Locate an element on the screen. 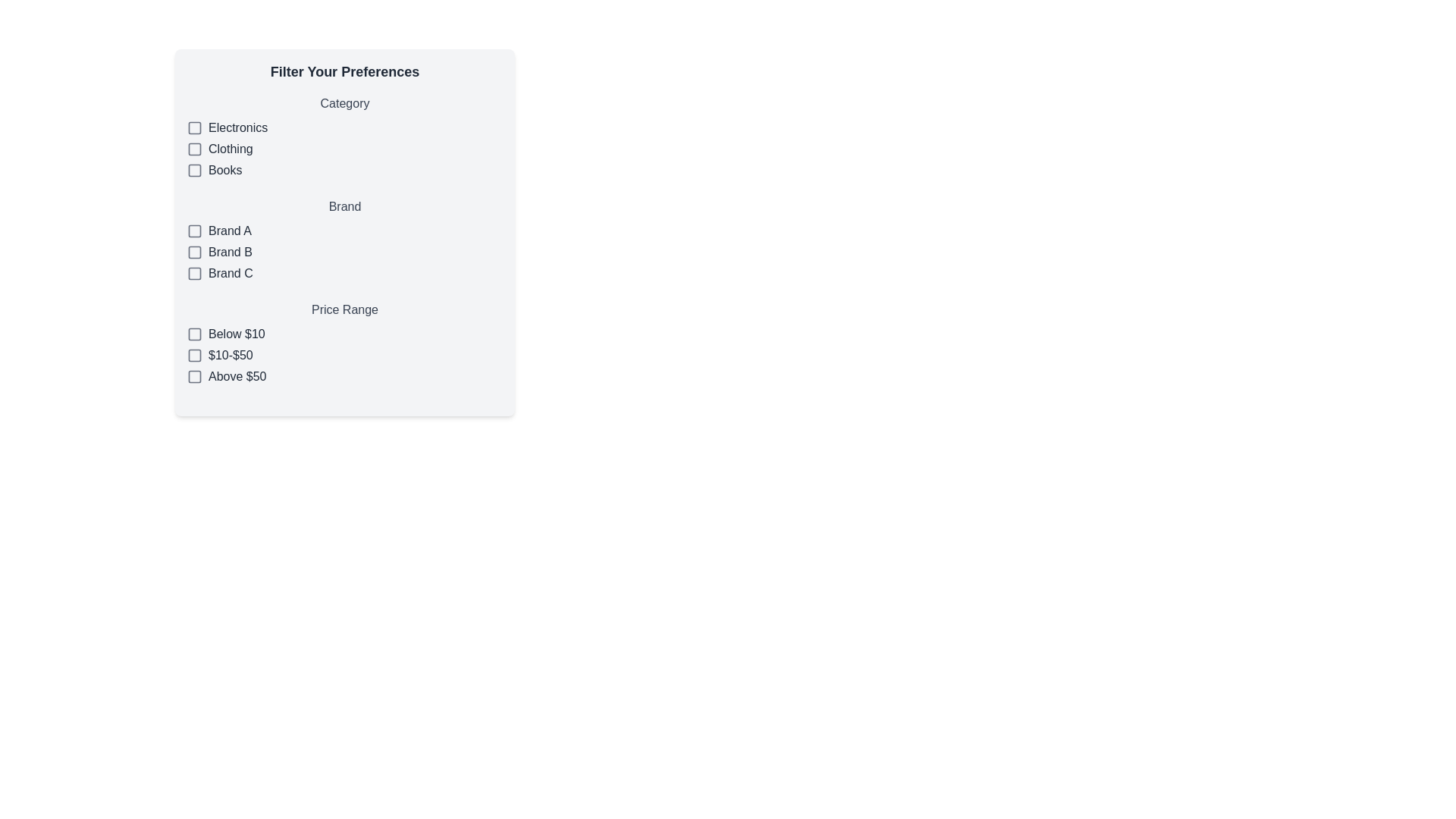 This screenshot has width=1456, height=819. the third checkbox labeled 'Brand C' in the vertical list of brand selection options is located at coordinates (194, 274).